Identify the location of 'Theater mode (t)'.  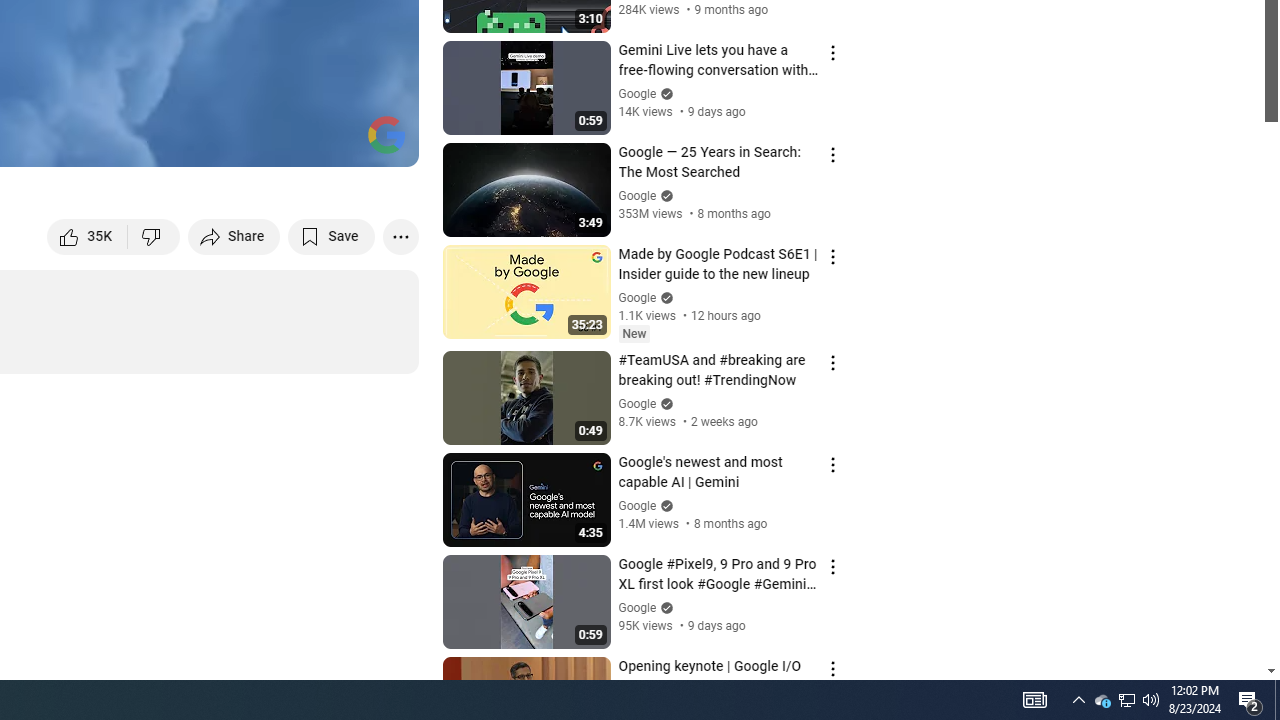
(334, 141).